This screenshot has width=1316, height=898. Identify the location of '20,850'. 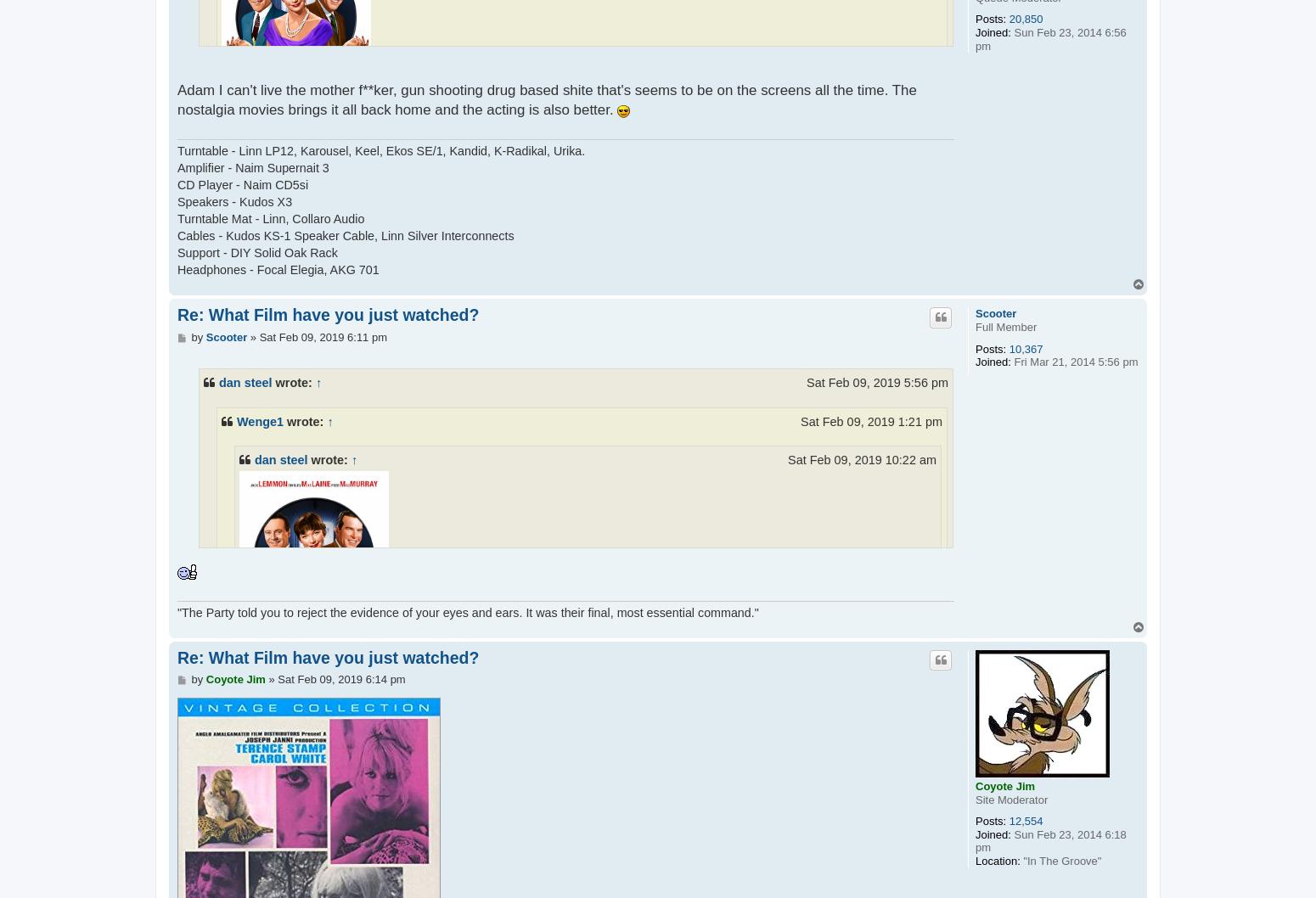
(1026, 19).